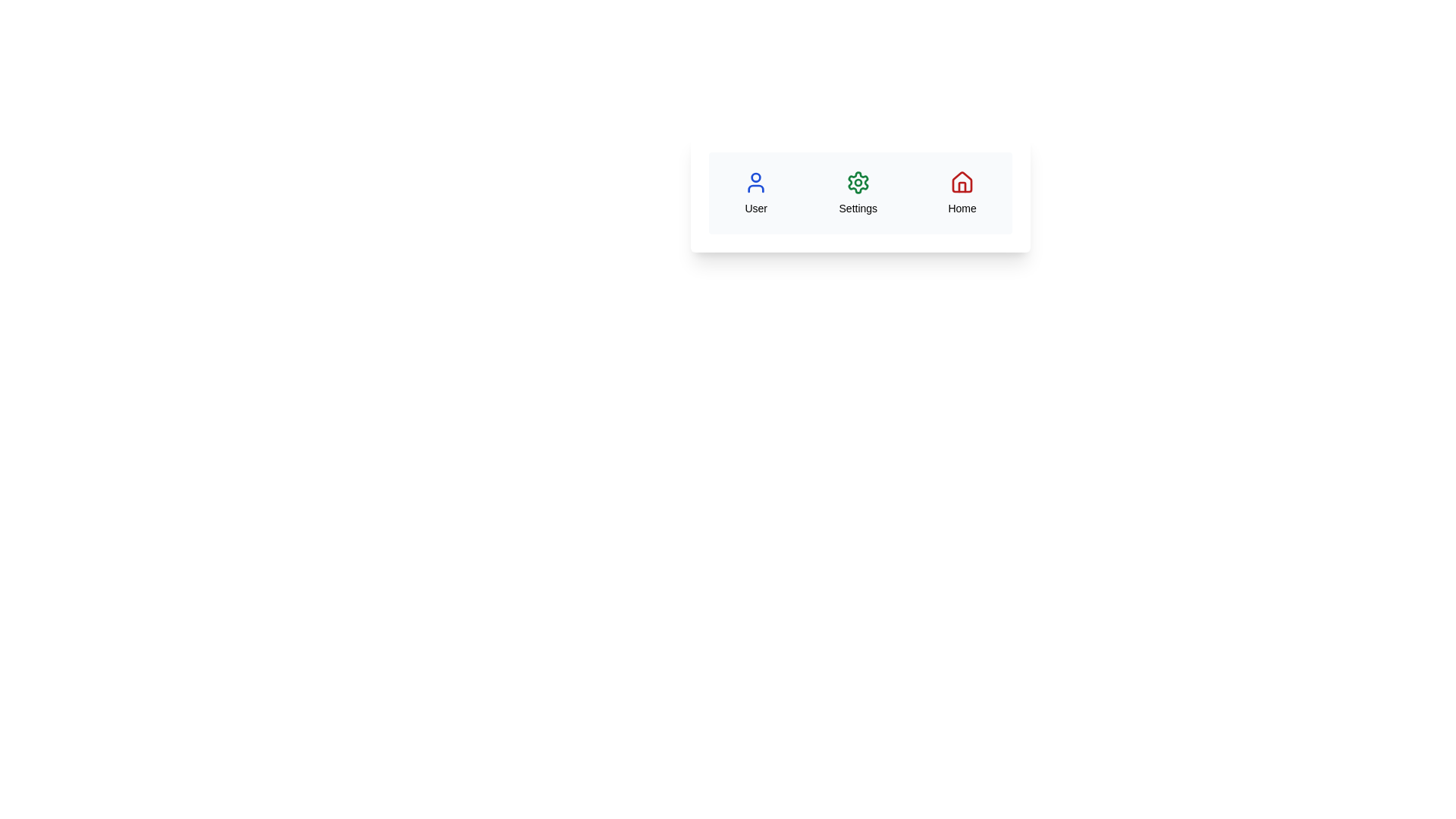  Describe the element at coordinates (756, 192) in the screenshot. I see `the button located at the leftmost position of a horizontal group, which navigates to the User section of the application` at that location.